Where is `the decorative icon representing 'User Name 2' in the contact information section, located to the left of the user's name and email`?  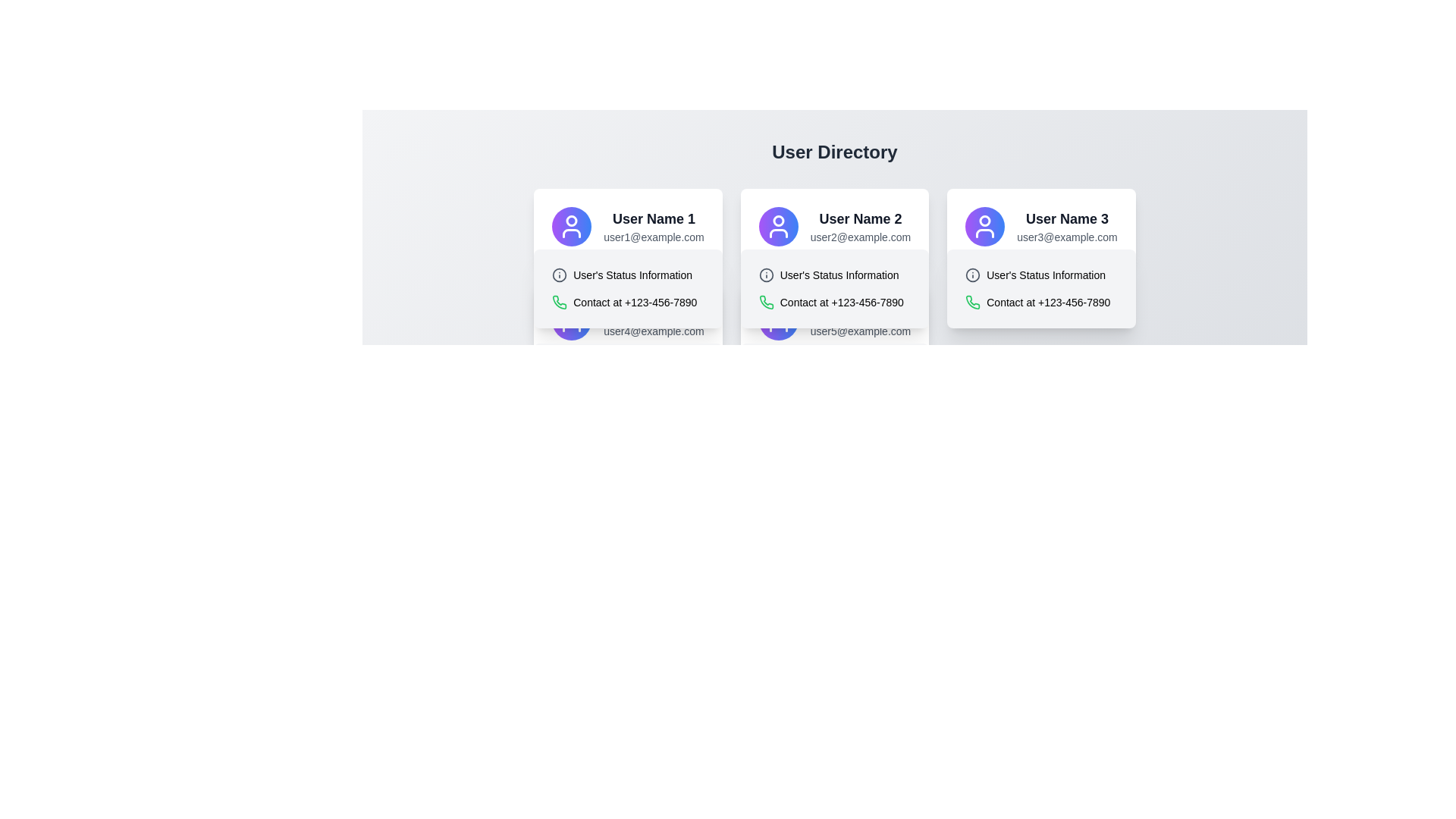 the decorative icon representing 'User Name 2' in the contact information section, located to the left of the user's name and email is located at coordinates (778, 227).